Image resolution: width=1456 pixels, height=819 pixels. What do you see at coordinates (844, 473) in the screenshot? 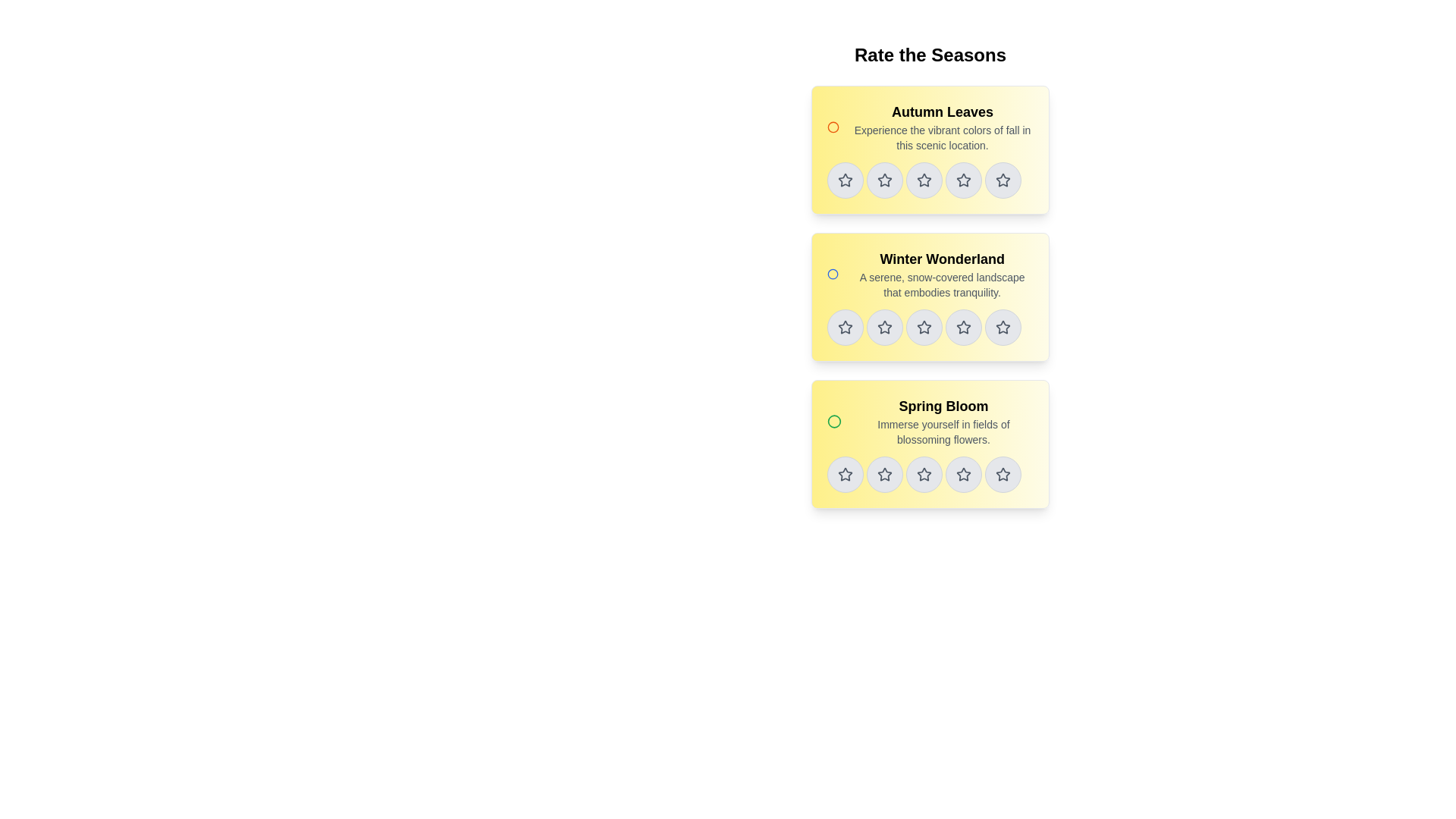
I see `the first star rating button in the 'Spring Bloom' section, which is a circular button with a gray border and light gray background, containing a star icon` at bounding box center [844, 473].